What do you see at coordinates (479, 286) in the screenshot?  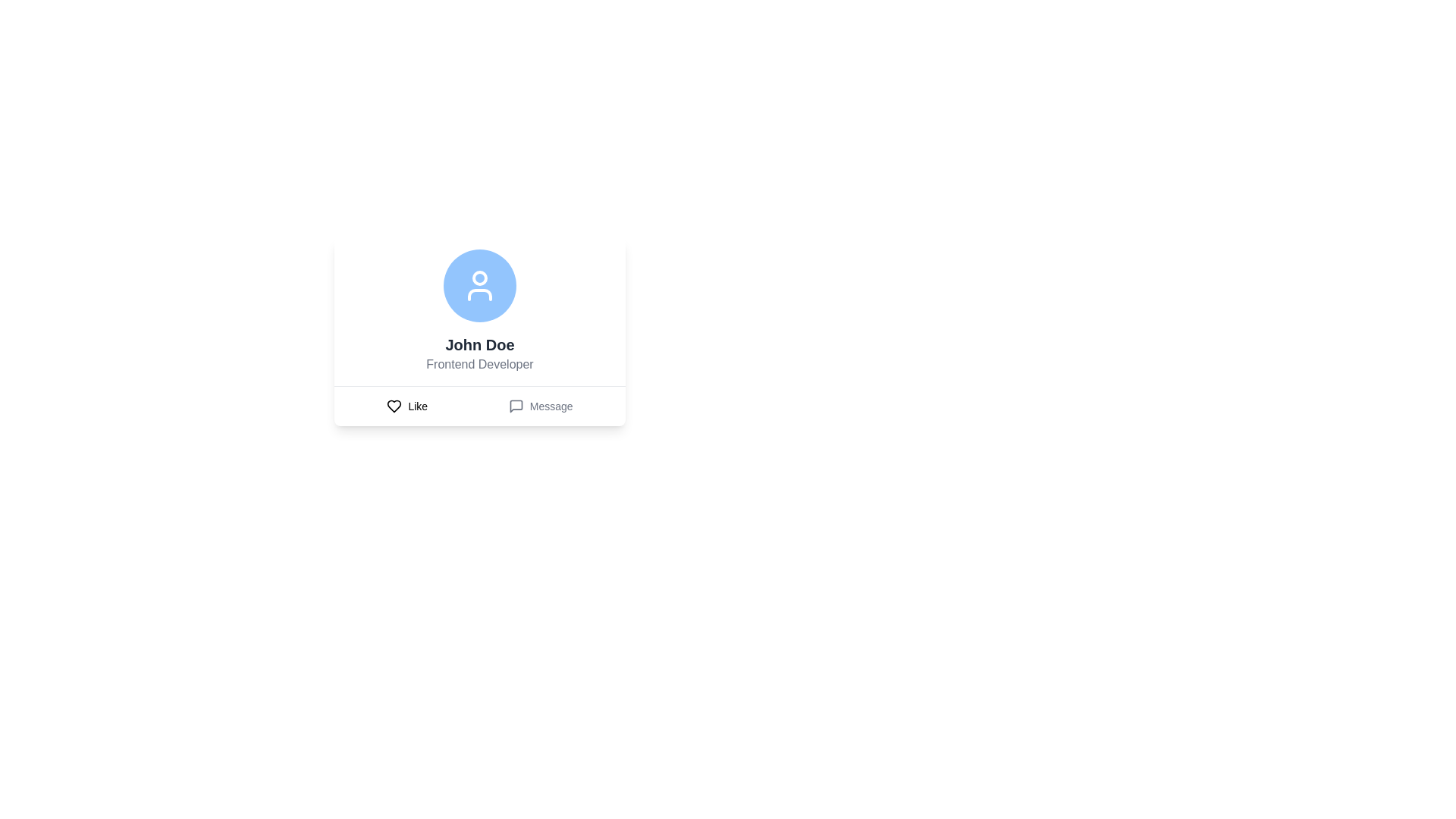 I see `the user's profile avatar icon, which is located at the center of a blue circular background in the upper-middle part of a card displaying the name 'John Doe' and subtext 'Frontend Developer'` at bounding box center [479, 286].